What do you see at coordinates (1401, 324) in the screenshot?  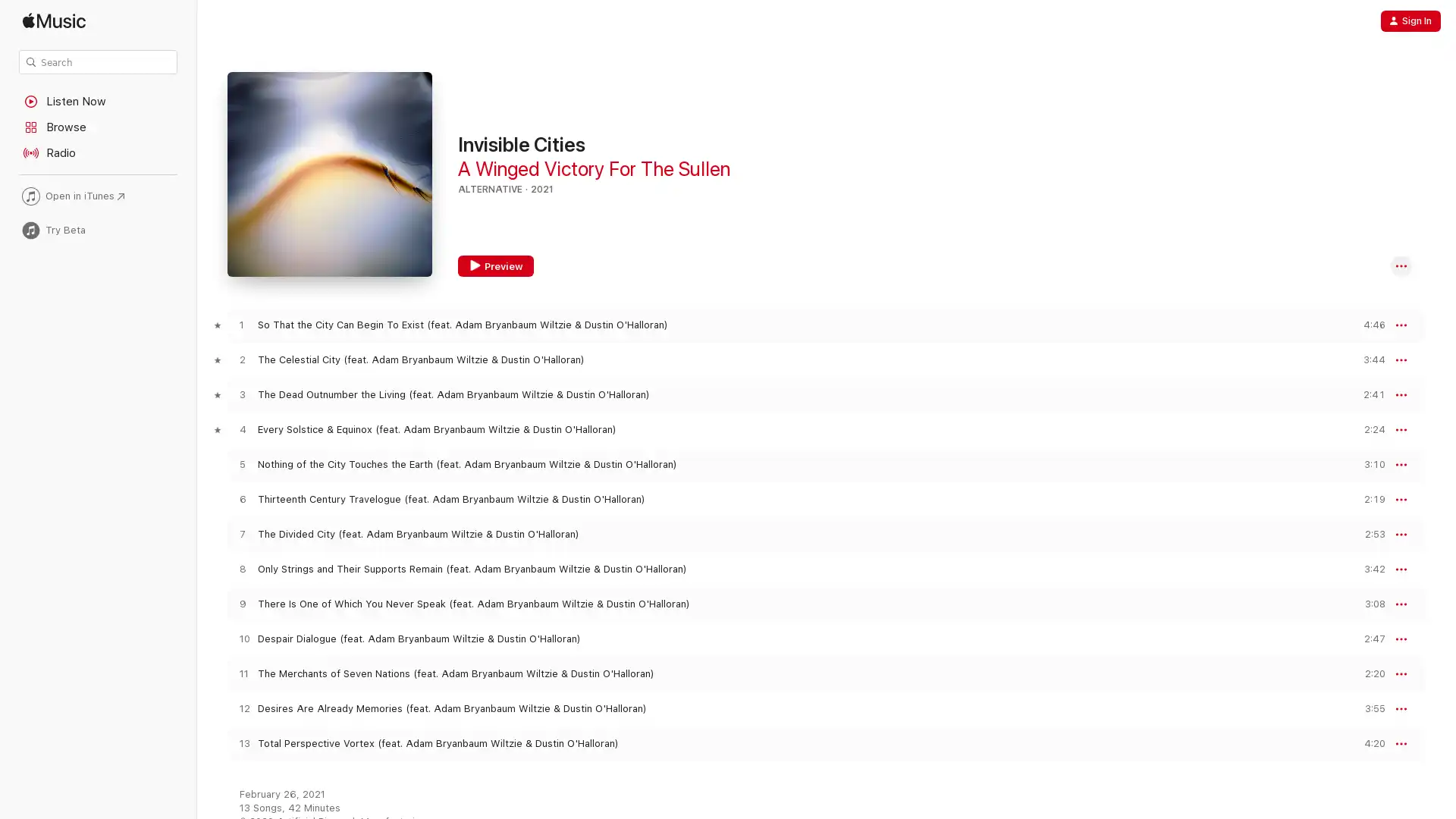 I see `More` at bounding box center [1401, 324].